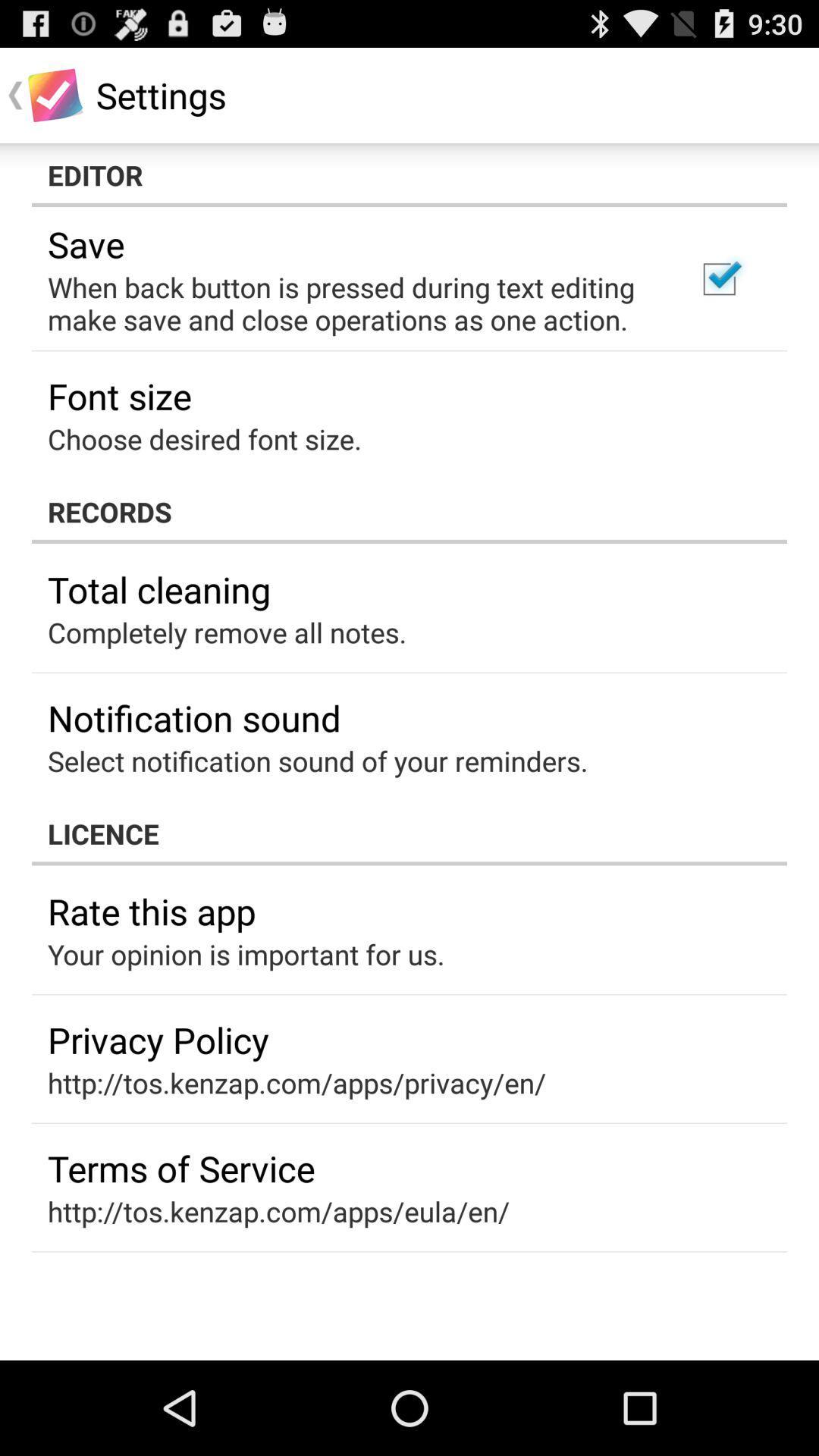 This screenshot has height=1456, width=819. I want to click on icon above the your opinion is, so click(152, 910).